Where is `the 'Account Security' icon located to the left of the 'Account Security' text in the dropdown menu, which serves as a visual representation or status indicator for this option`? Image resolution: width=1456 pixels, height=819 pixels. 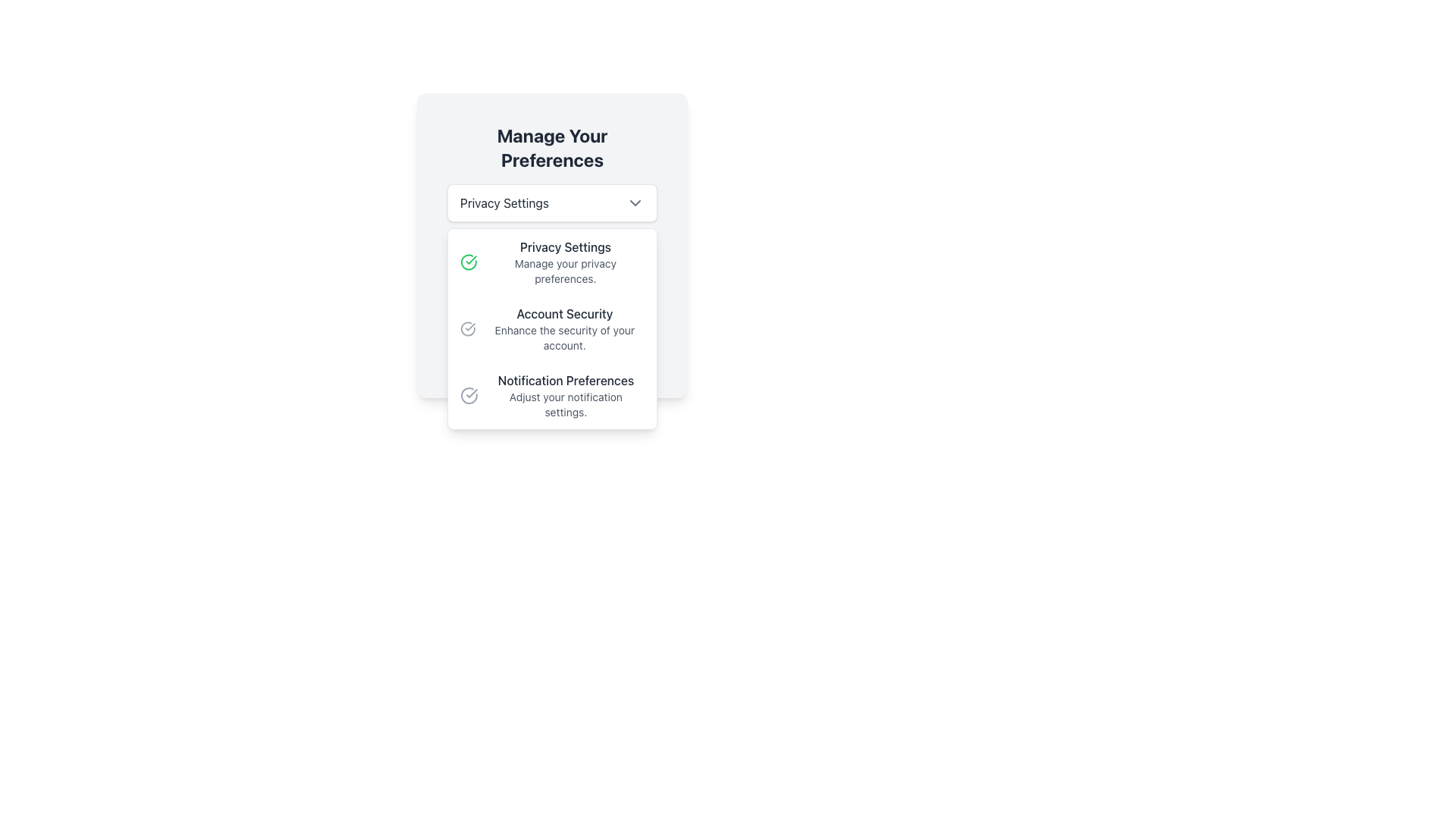
the 'Account Security' icon located to the left of the 'Account Security' text in the dropdown menu, which serves as a visual representation or status indicator for this option is located at coordinates (467, 328).